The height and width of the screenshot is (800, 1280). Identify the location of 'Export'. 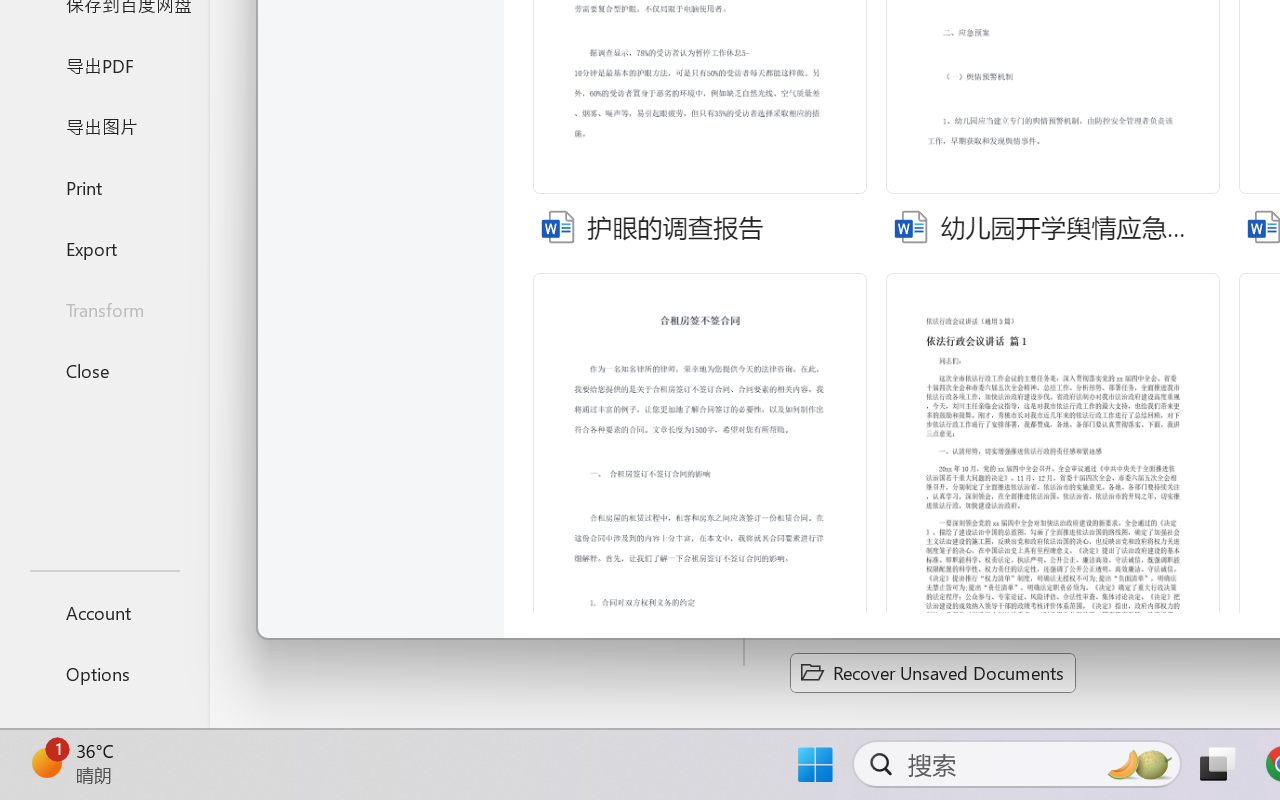
(103, 247).